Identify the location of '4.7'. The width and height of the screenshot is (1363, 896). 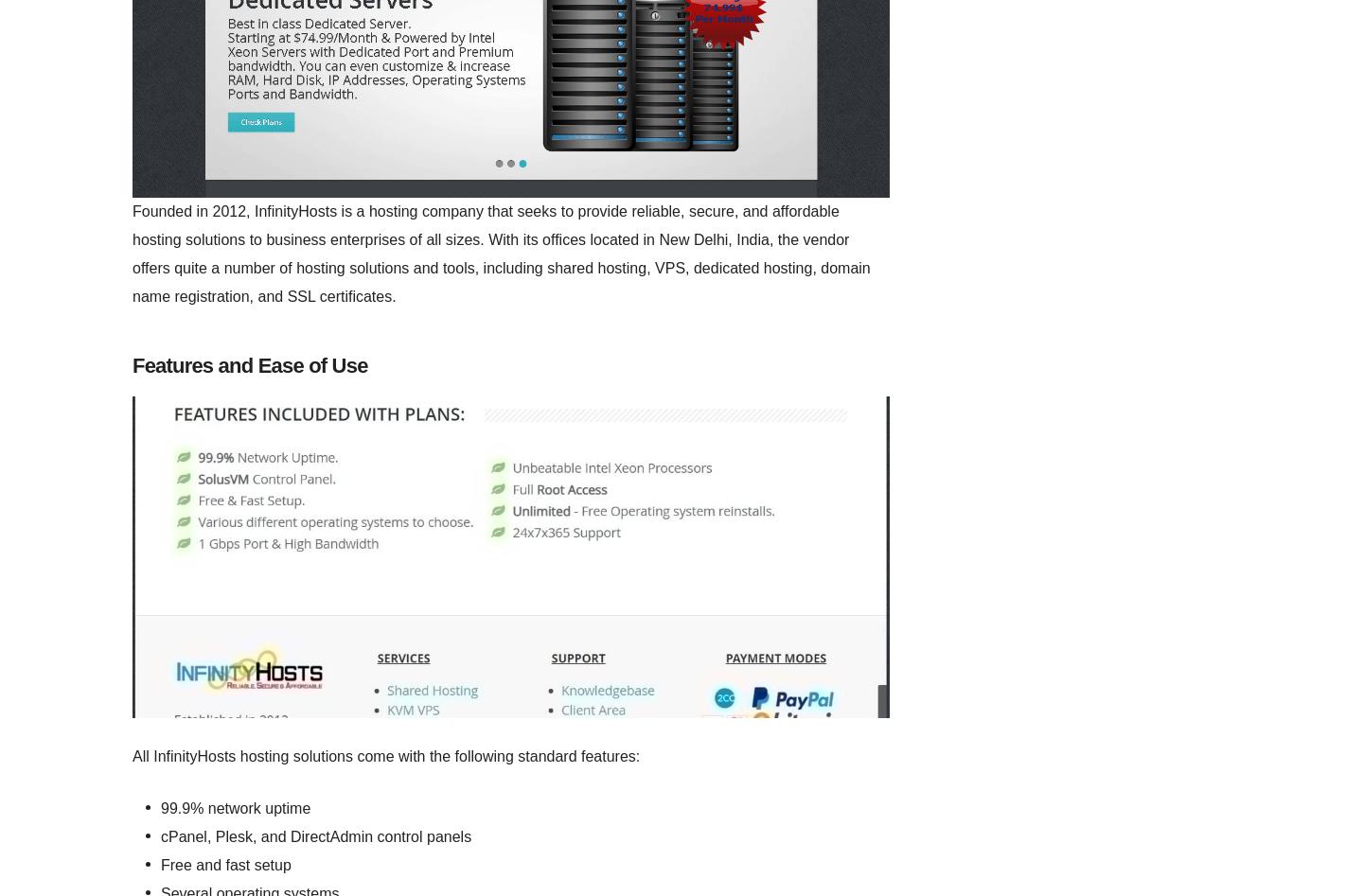
(609, 469).